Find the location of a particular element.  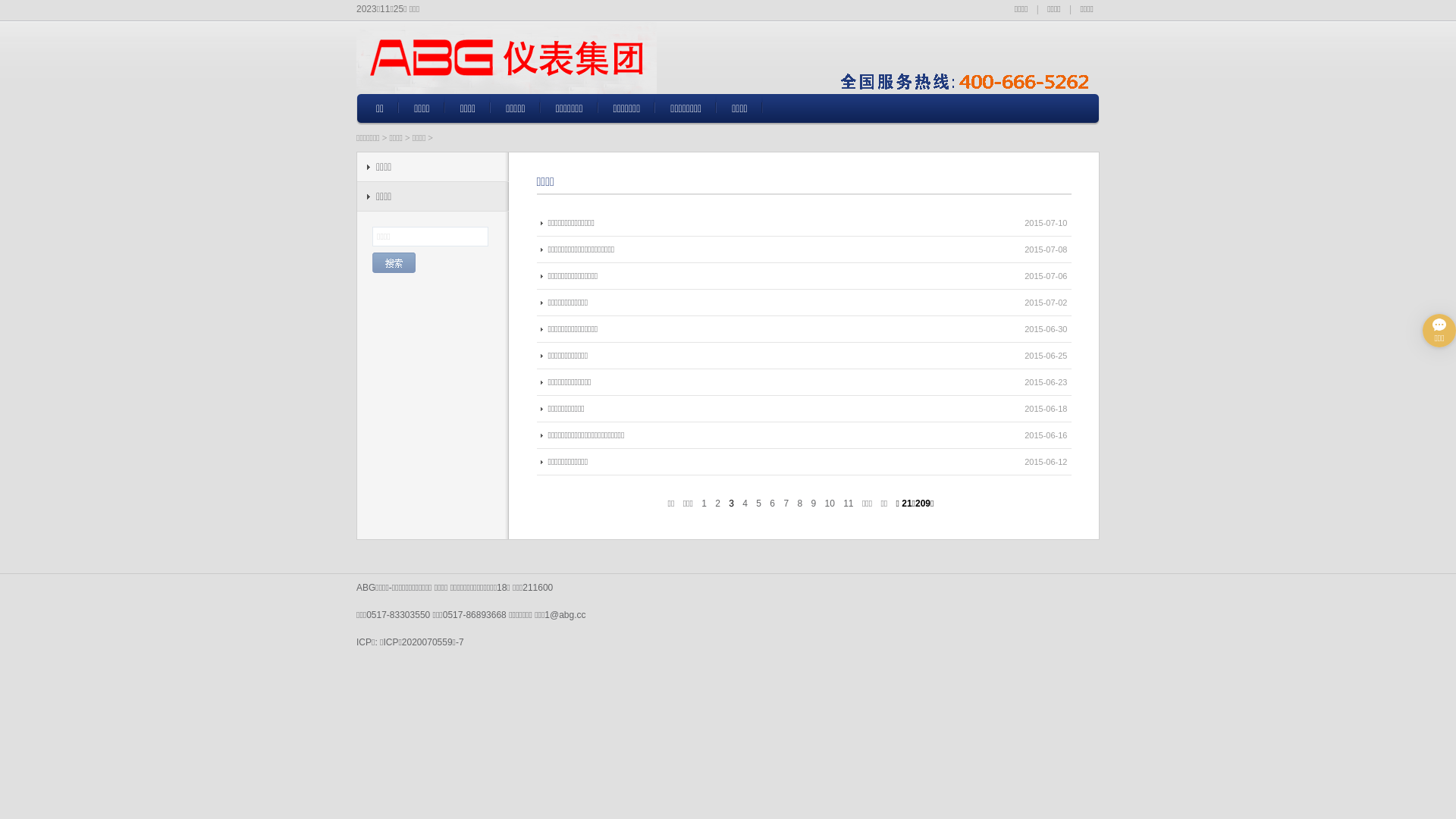

'9' is located at coordinates (810, 503).